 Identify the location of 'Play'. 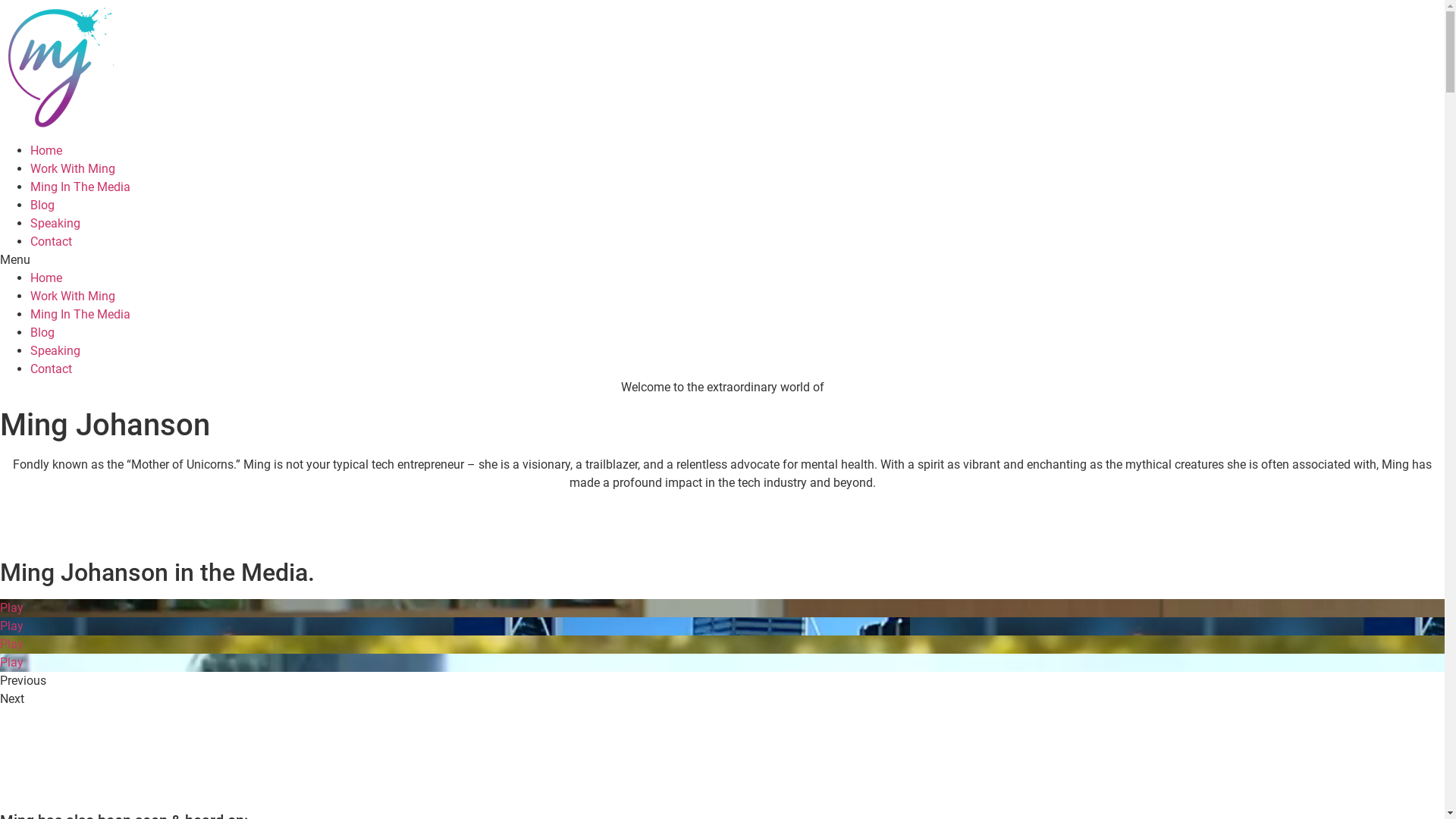
(0, 607).